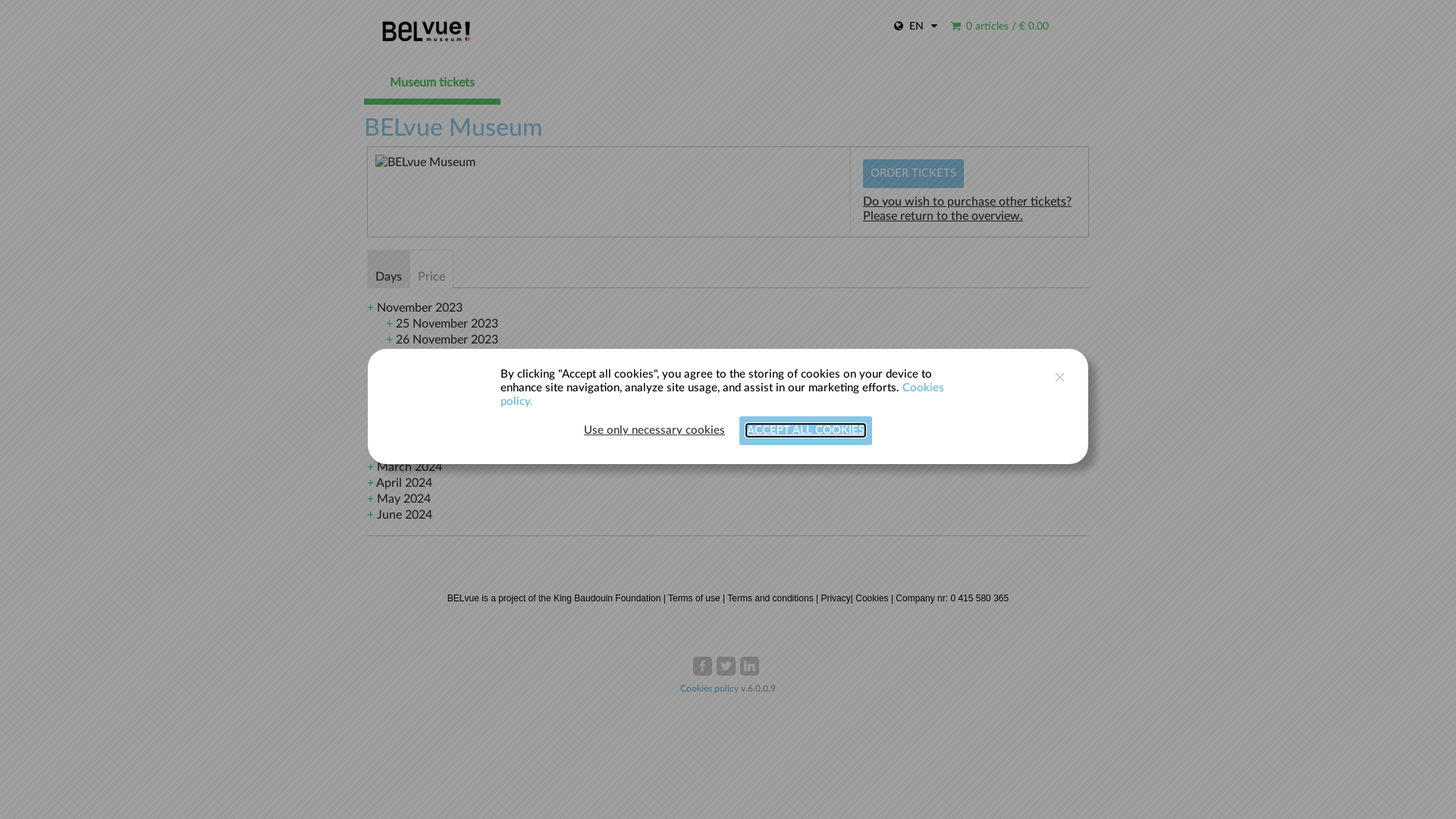 The width and height of the screenshot is (1456, 819). Describe the element at coordinates (415, 450) in the screenshot. I see `'February 2024'` at that location.